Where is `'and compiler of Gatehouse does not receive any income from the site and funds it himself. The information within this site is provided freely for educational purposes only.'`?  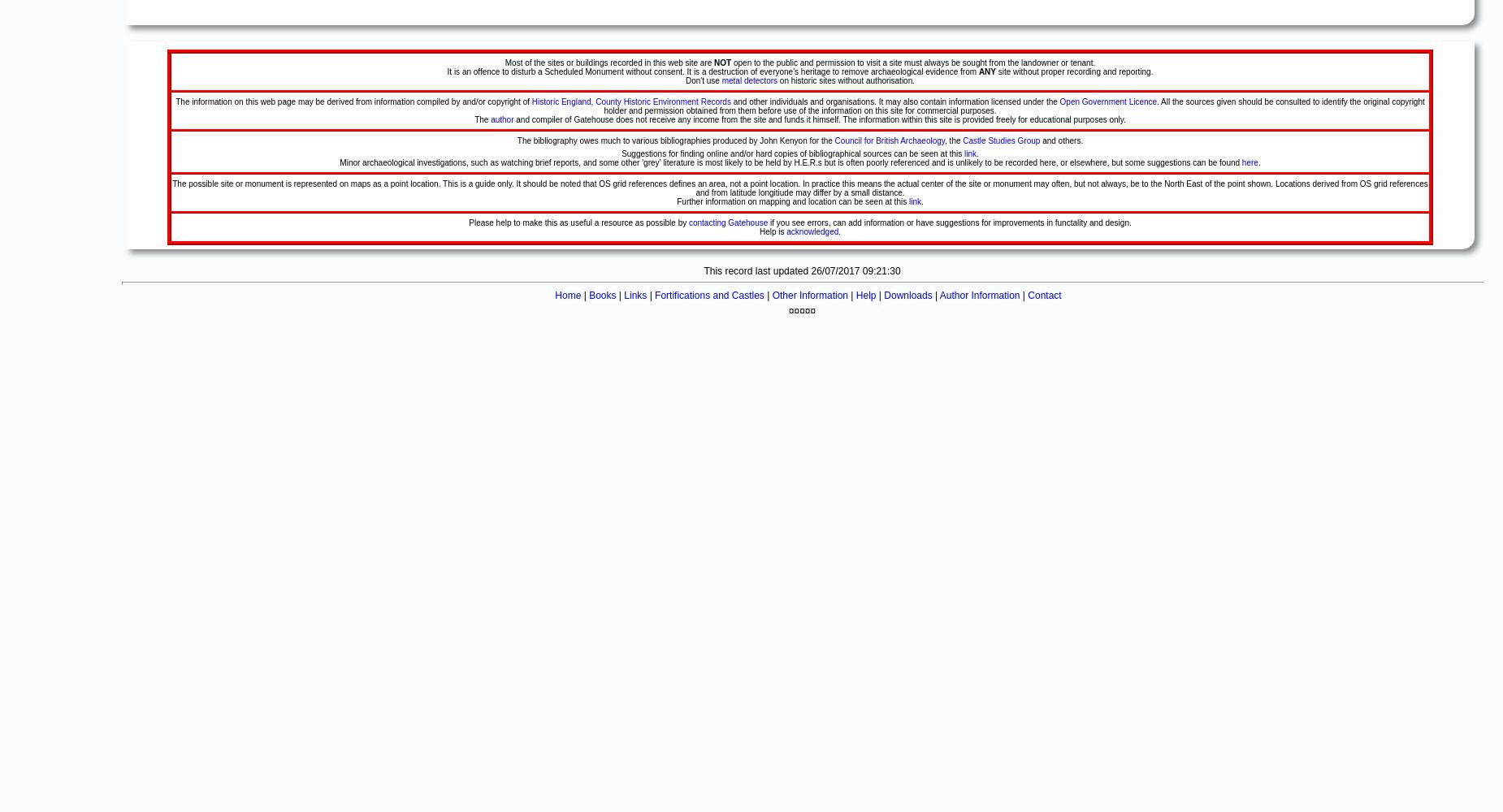
'and compiler of Gatehouse does not receive any income from the site and funds it himself. The information within this site is provided freely for educational purposes only.' is located at coordinates (513, 119).